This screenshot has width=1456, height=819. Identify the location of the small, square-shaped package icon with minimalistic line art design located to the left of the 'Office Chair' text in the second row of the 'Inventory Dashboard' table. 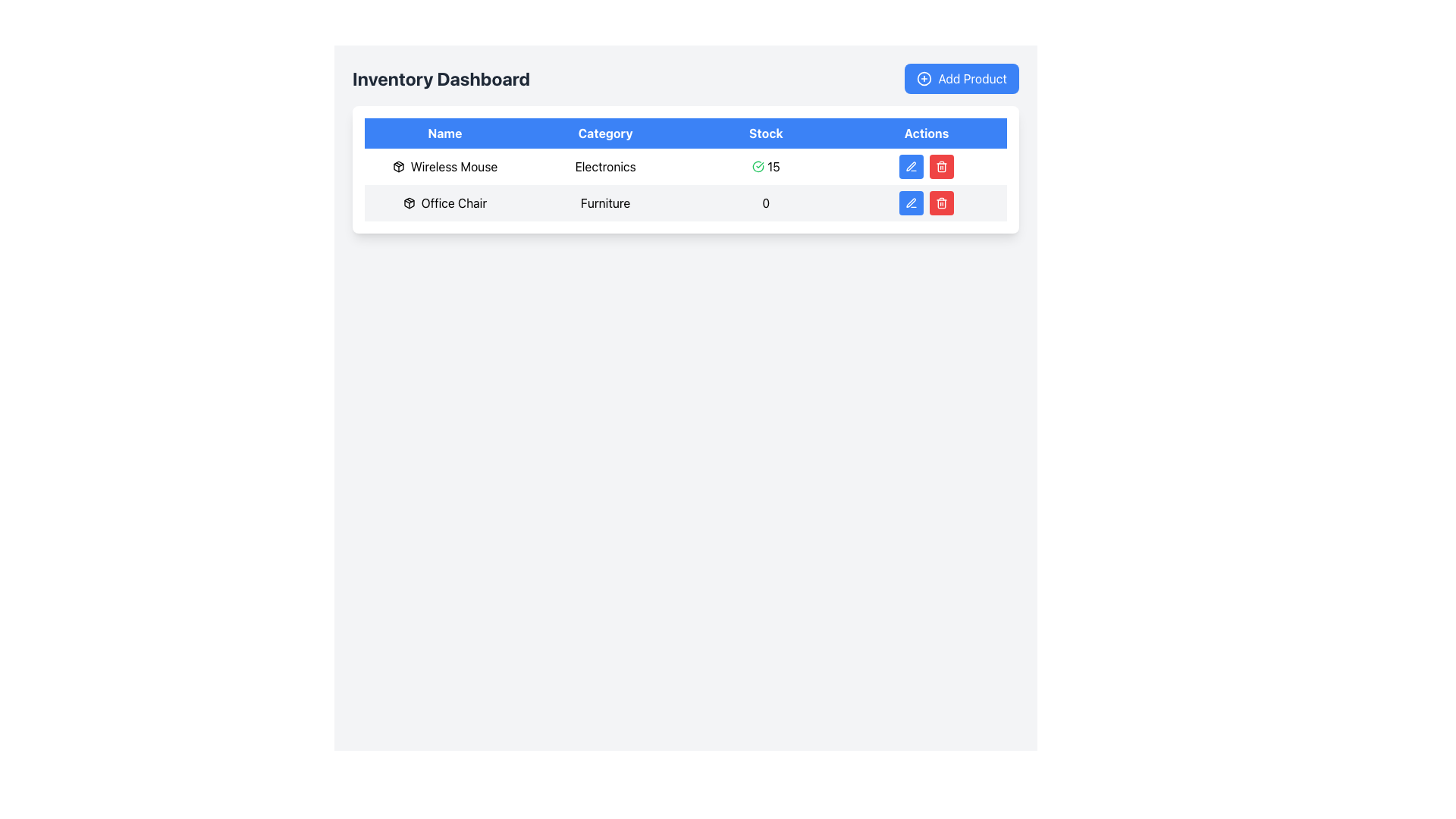
(409, 202).